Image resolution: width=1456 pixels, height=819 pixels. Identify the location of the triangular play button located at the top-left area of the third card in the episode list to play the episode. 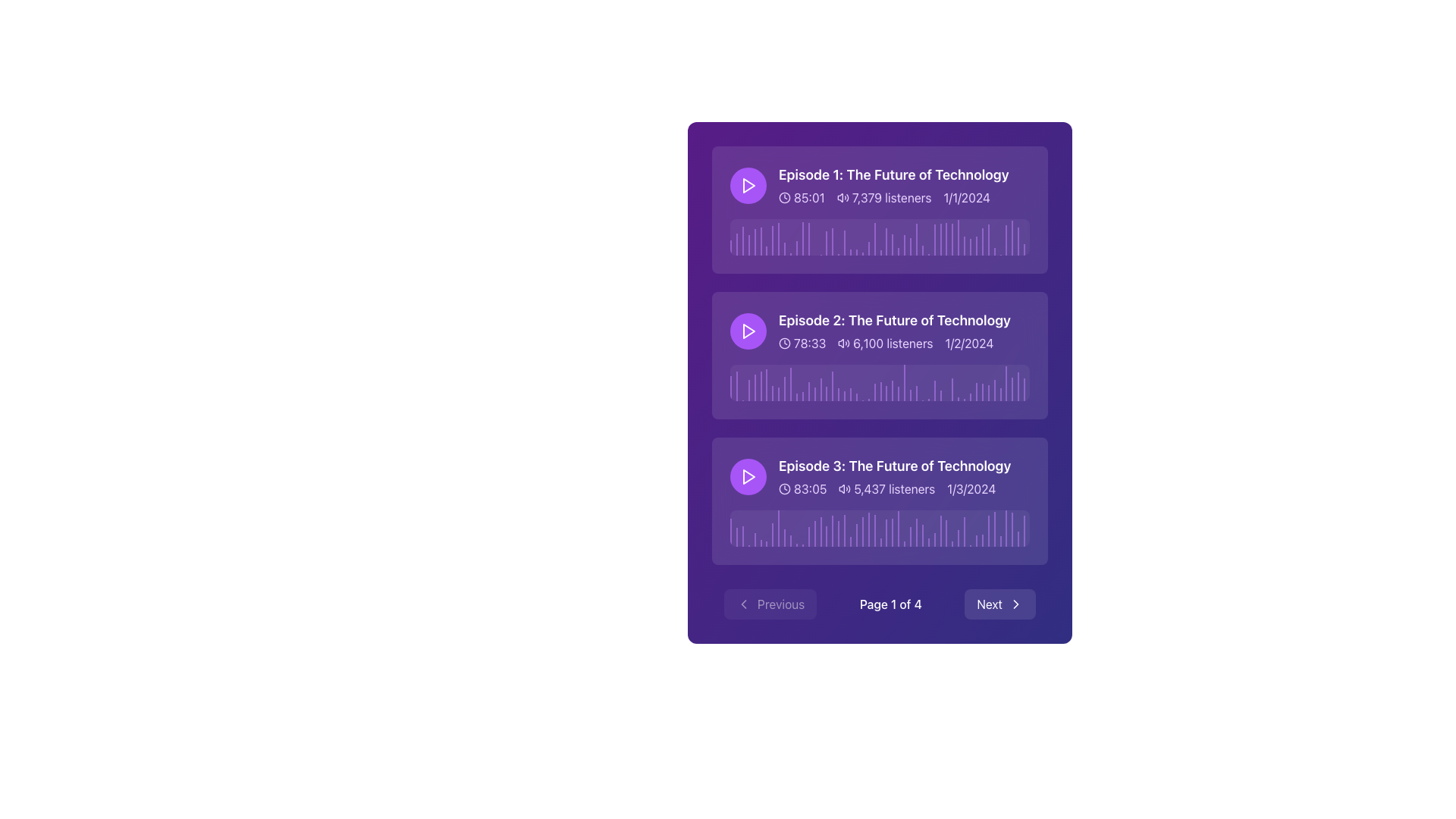
(749, 475).